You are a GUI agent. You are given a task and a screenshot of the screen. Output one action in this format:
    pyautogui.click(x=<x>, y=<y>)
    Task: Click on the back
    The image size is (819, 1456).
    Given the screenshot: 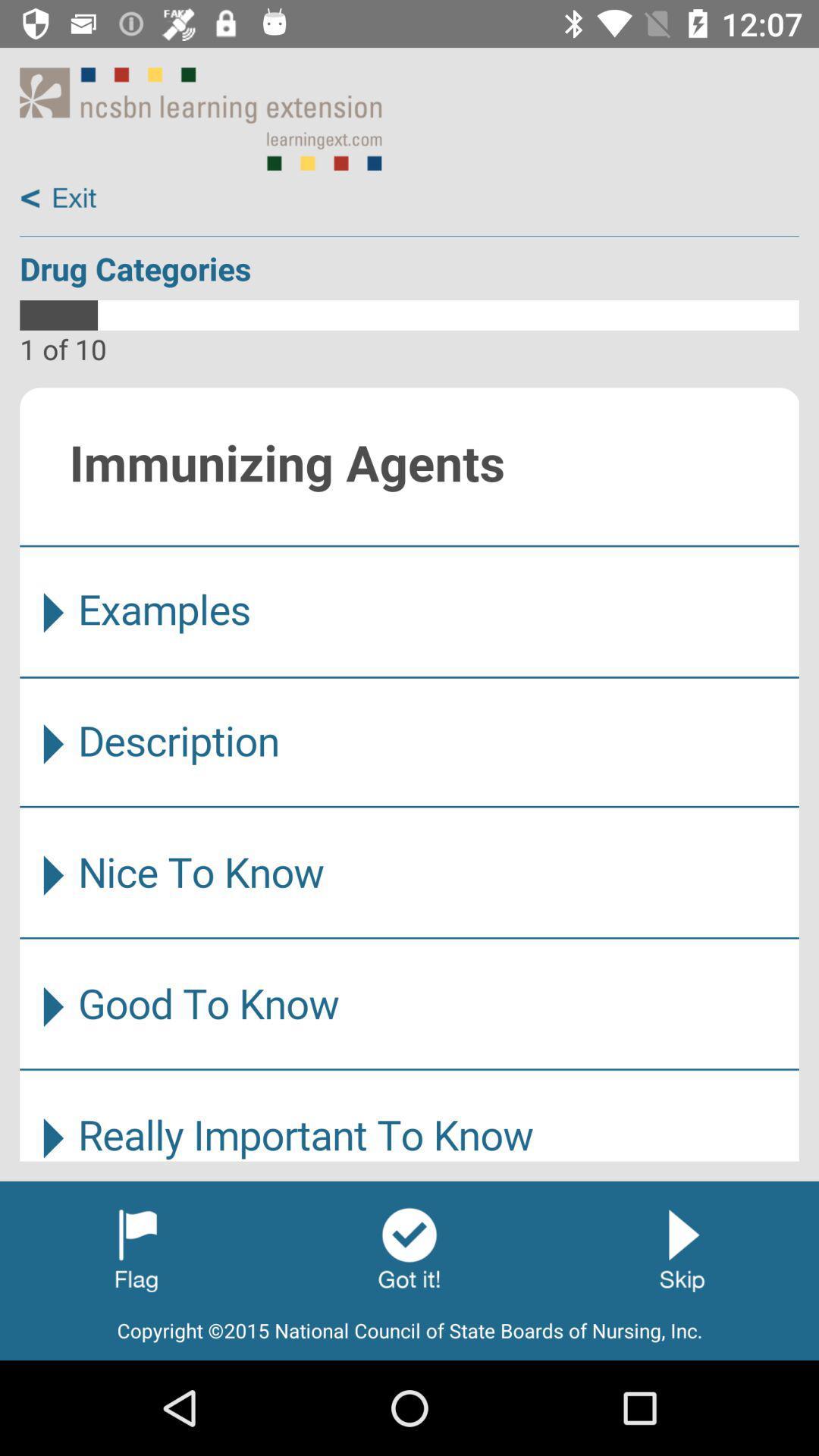 What is the action you would take?
    pyautogui.click(x=58, y=198)
    